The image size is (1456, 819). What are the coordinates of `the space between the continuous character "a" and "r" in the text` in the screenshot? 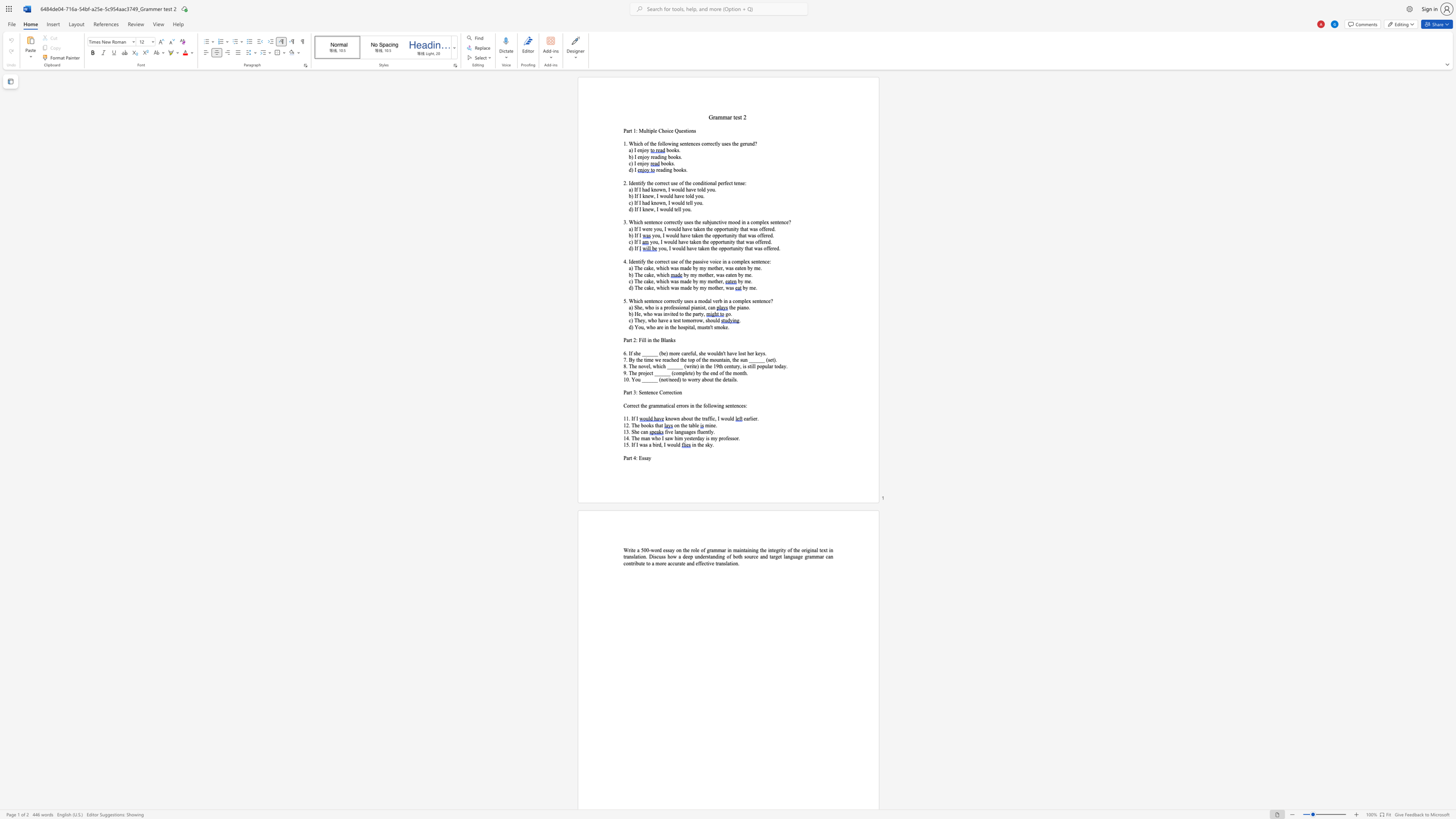 It's located at (730, 117).